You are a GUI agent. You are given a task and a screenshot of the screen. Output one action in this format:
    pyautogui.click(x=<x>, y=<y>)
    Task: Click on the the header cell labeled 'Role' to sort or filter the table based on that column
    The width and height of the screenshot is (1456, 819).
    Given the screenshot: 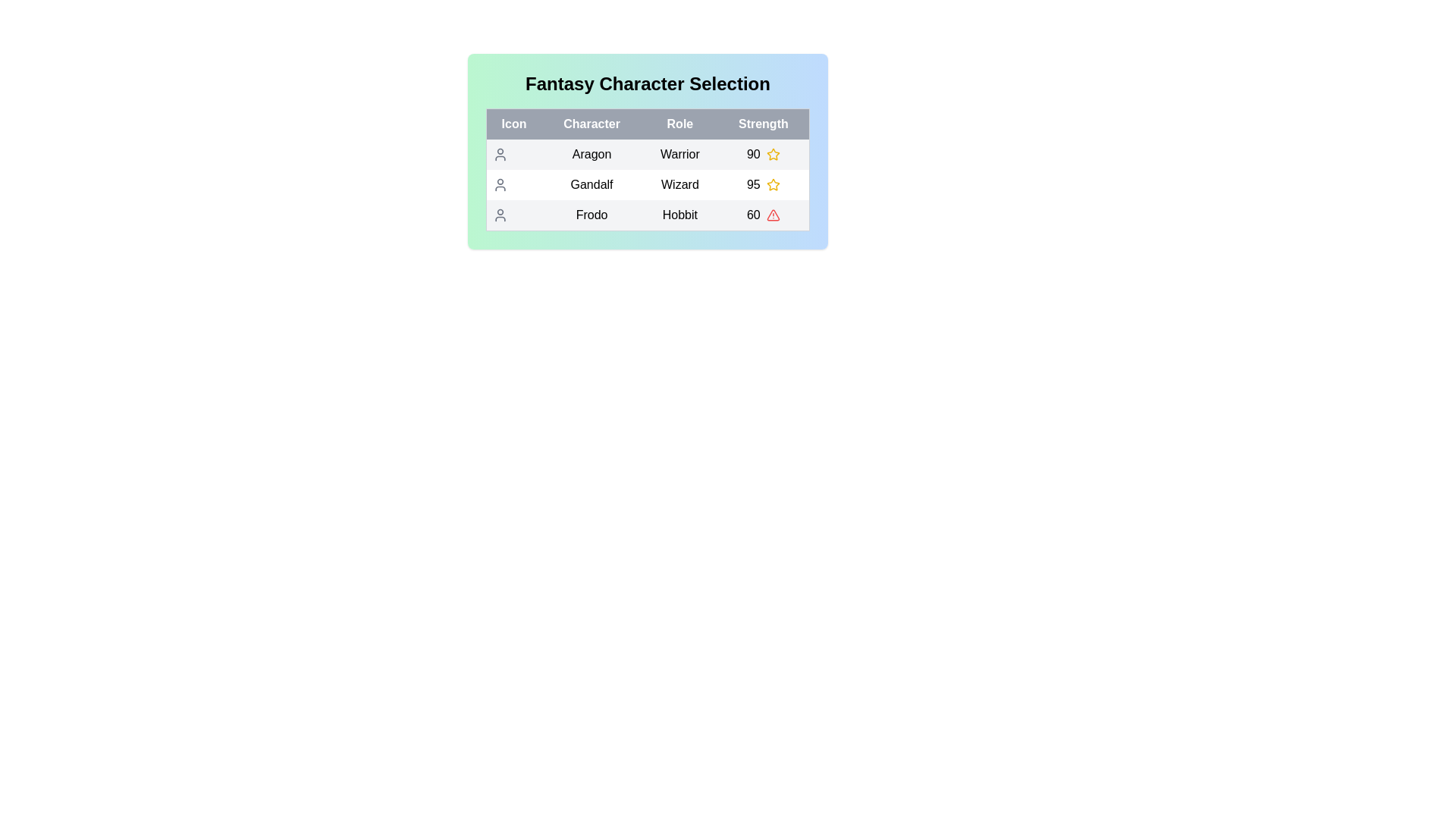 What is the action you would take?
    pyautogui.click(x=679, y=124)
    